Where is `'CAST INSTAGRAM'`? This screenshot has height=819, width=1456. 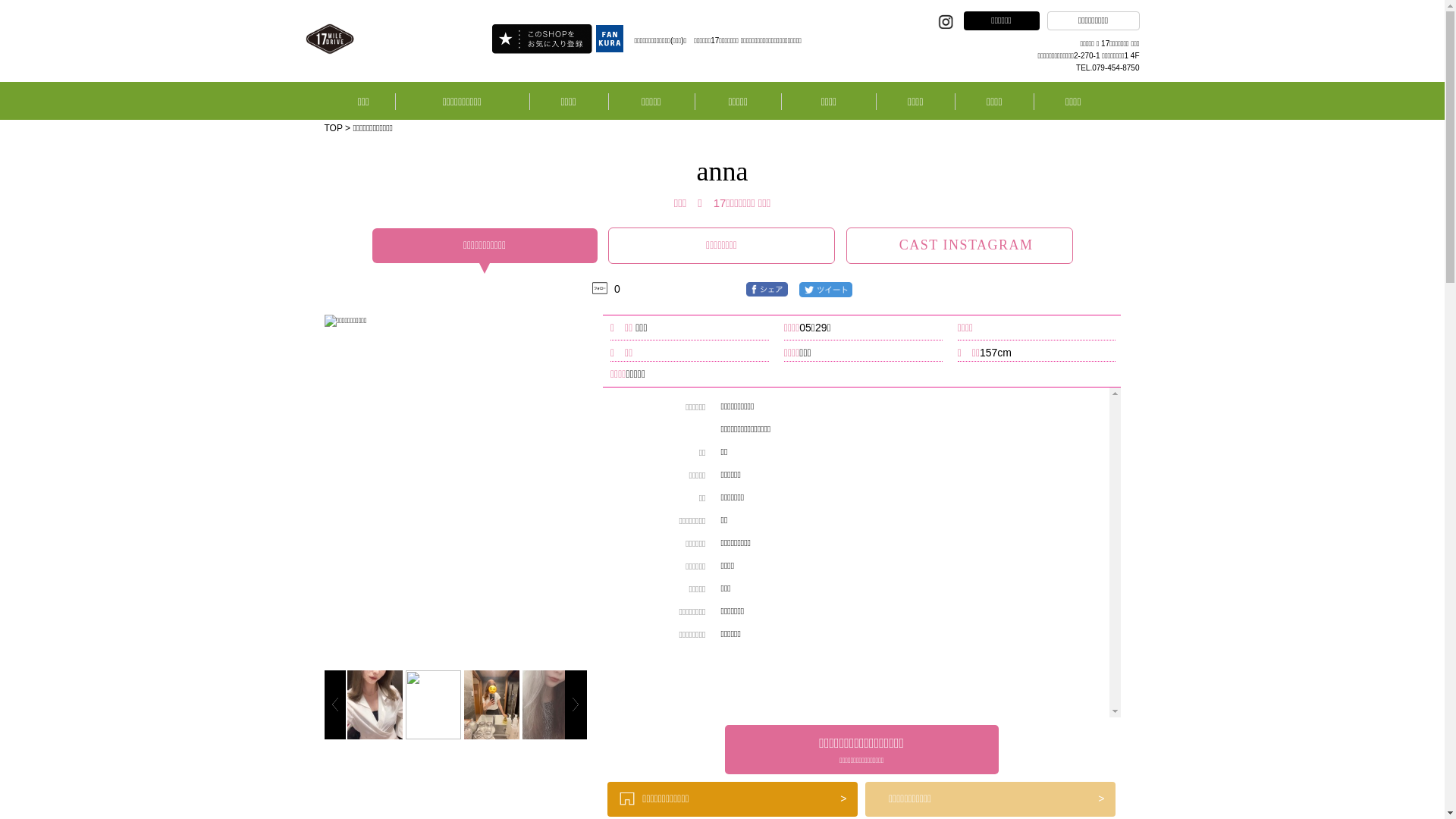 'CAST INSTAGRAM' is located at coordinates (959, 244).